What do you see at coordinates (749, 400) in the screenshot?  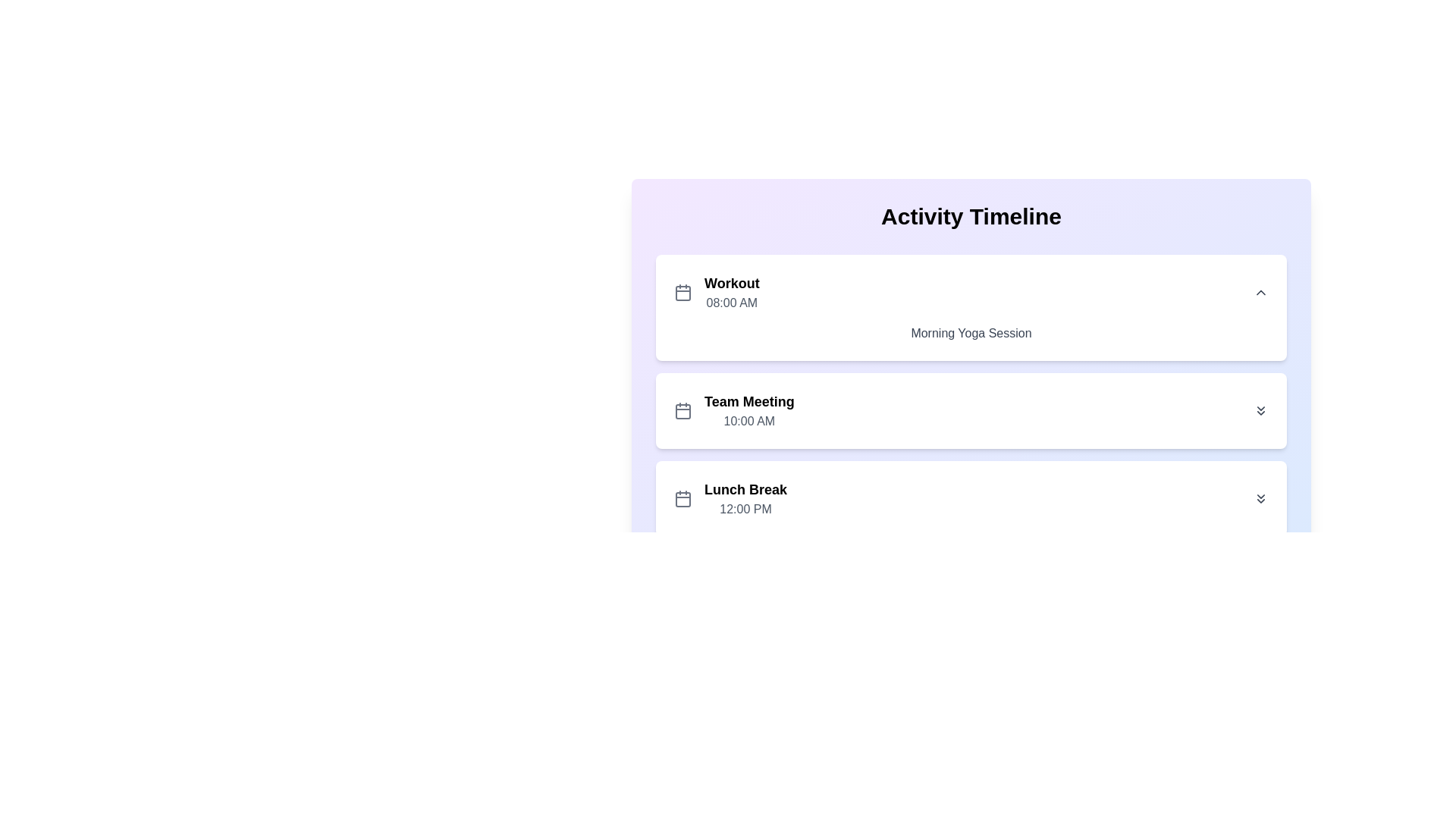 I see `the Text Label element that serves as a descriptor for the activity in the 'Activity Timeline', positioned above the 'Lunch Break' card and below the 'Workout' card` at bounding box center [749, 400].